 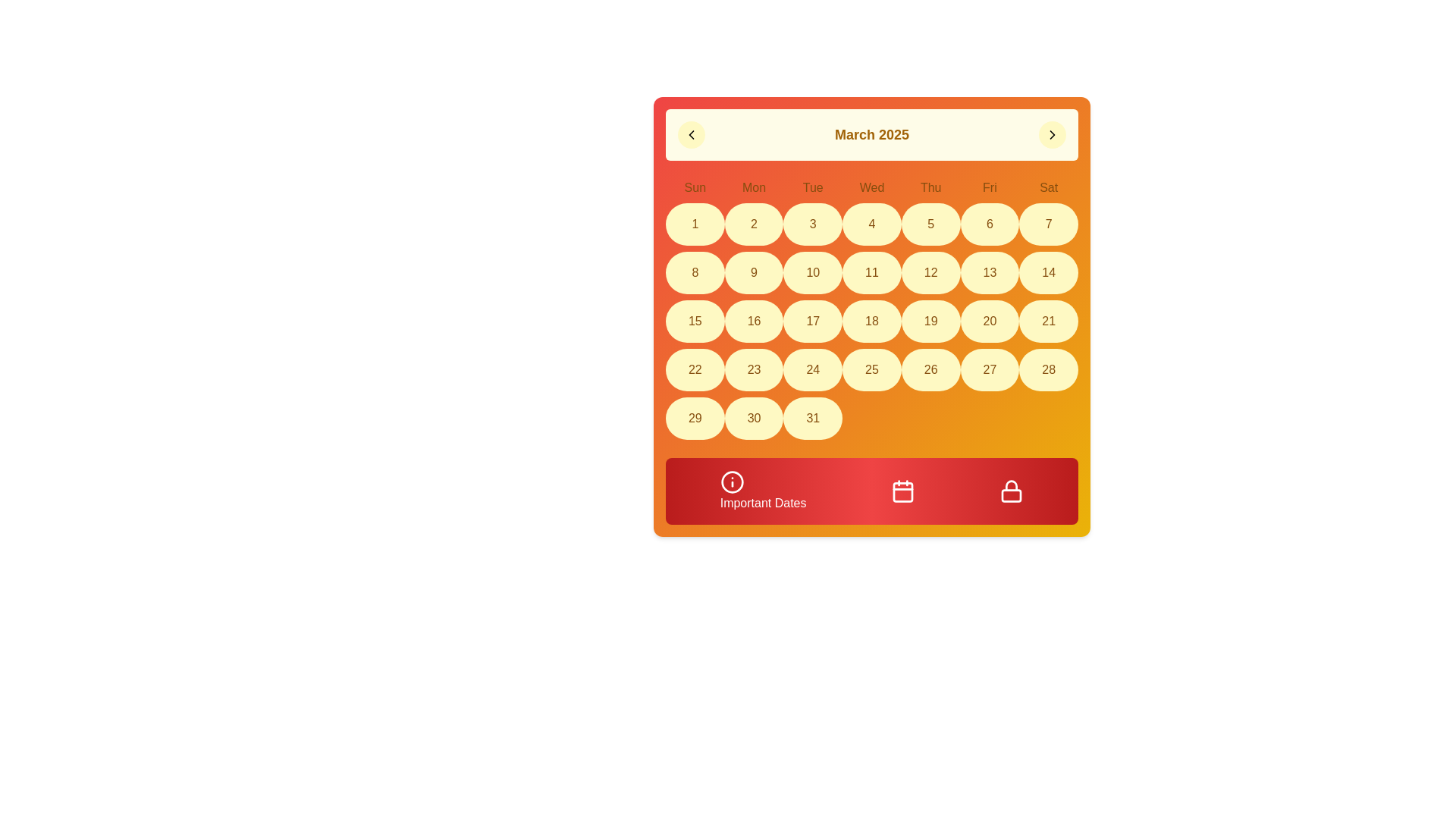 What do you see at coordinates (872, 133) in the screenshot?
I see `the static text label displaying 'March 2025', which is bold, yellow, and centrally positioned above the calendar grid` at bounding box center [872, 133].